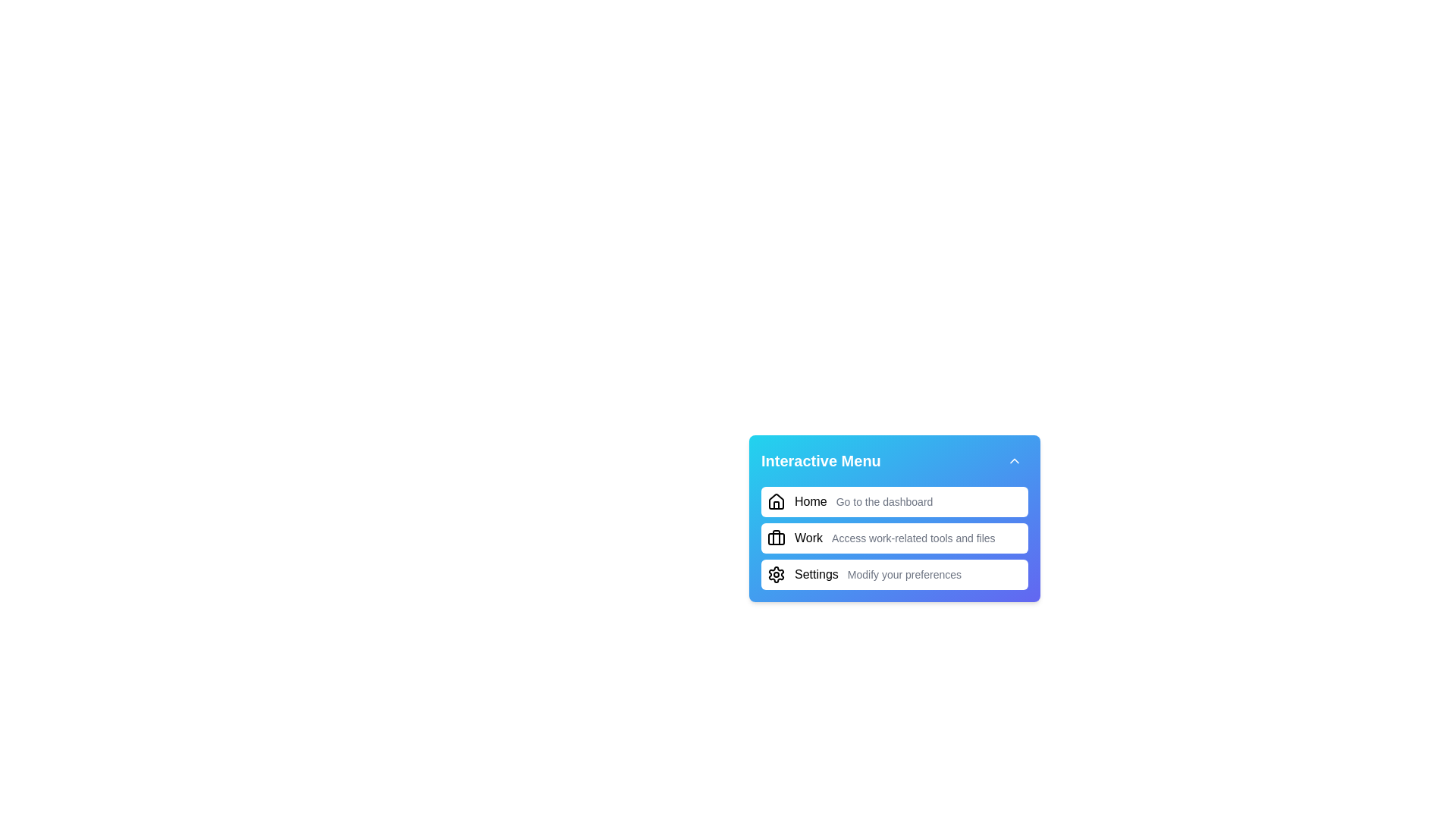  I want to click on the static text component displaying 'Modify your preferences' located under the 'Settings' header in the menu interface, so click(904, 575).